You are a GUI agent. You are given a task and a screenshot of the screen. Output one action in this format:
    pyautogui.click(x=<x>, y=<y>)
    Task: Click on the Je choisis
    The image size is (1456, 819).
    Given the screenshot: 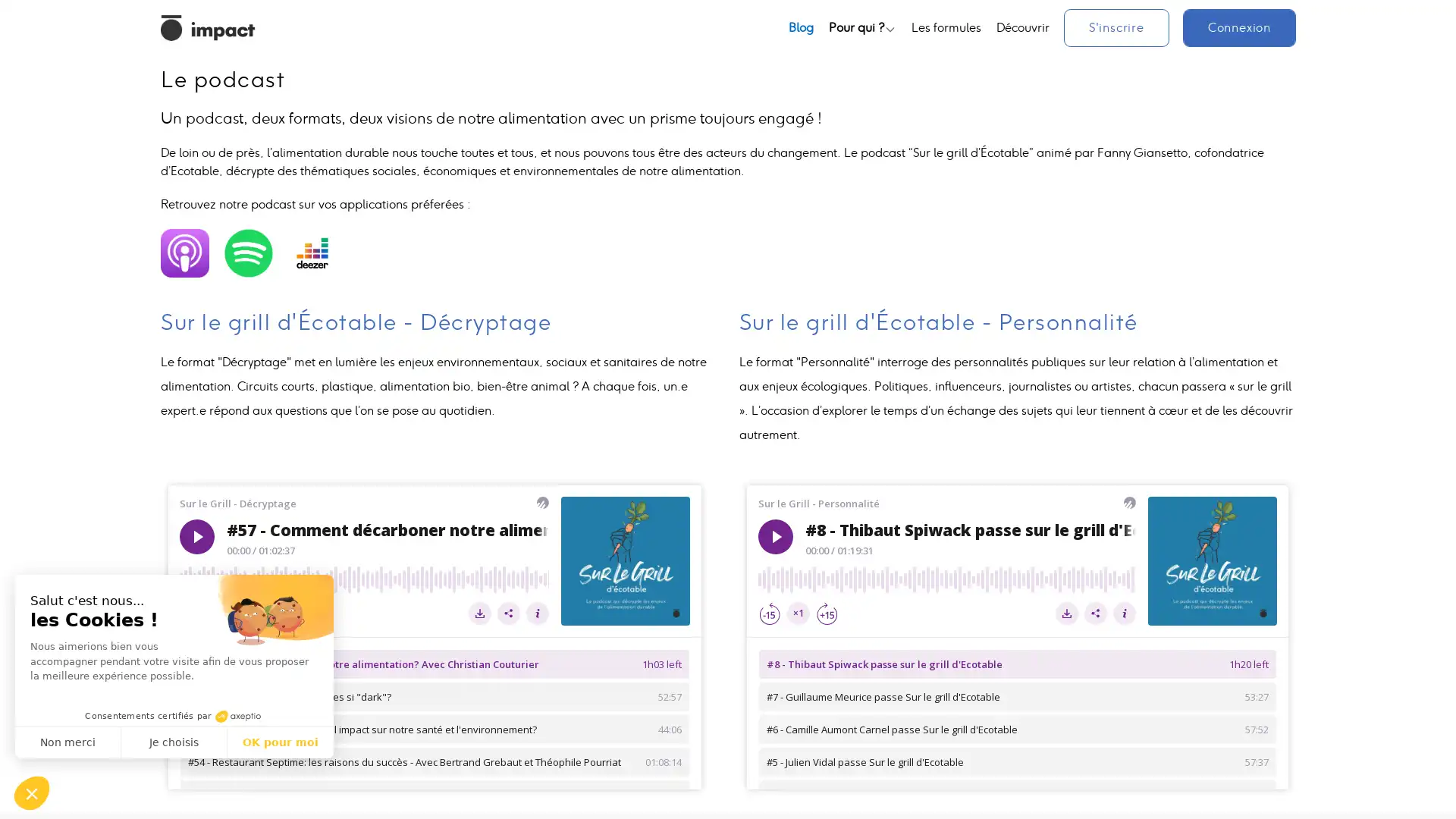 What is the action you would take?
    pyautogui.click(x=174, y=742)
    